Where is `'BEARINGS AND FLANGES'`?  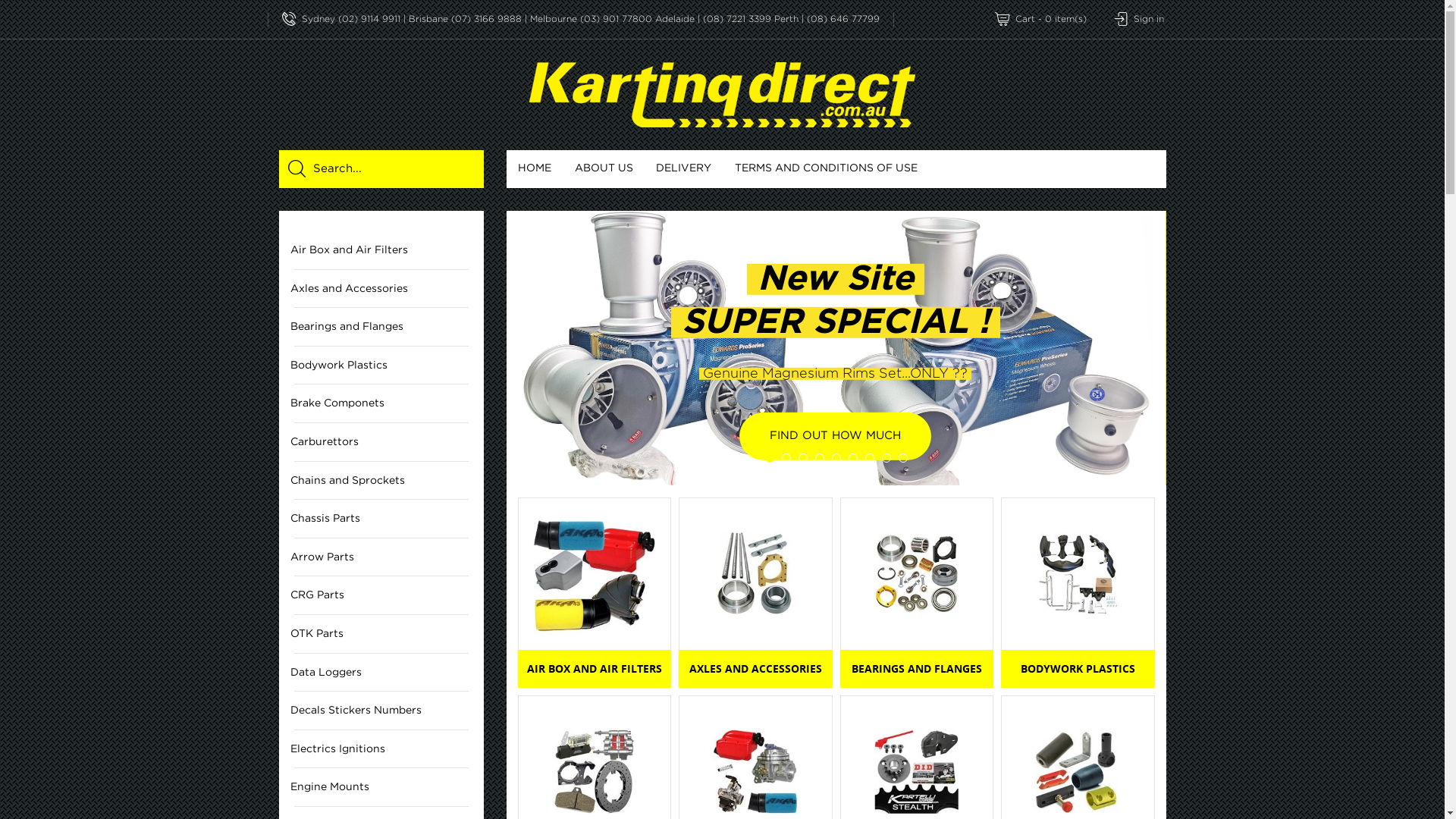 'BEARINGS AND FLANGES' is located at coordinates (916, 668).